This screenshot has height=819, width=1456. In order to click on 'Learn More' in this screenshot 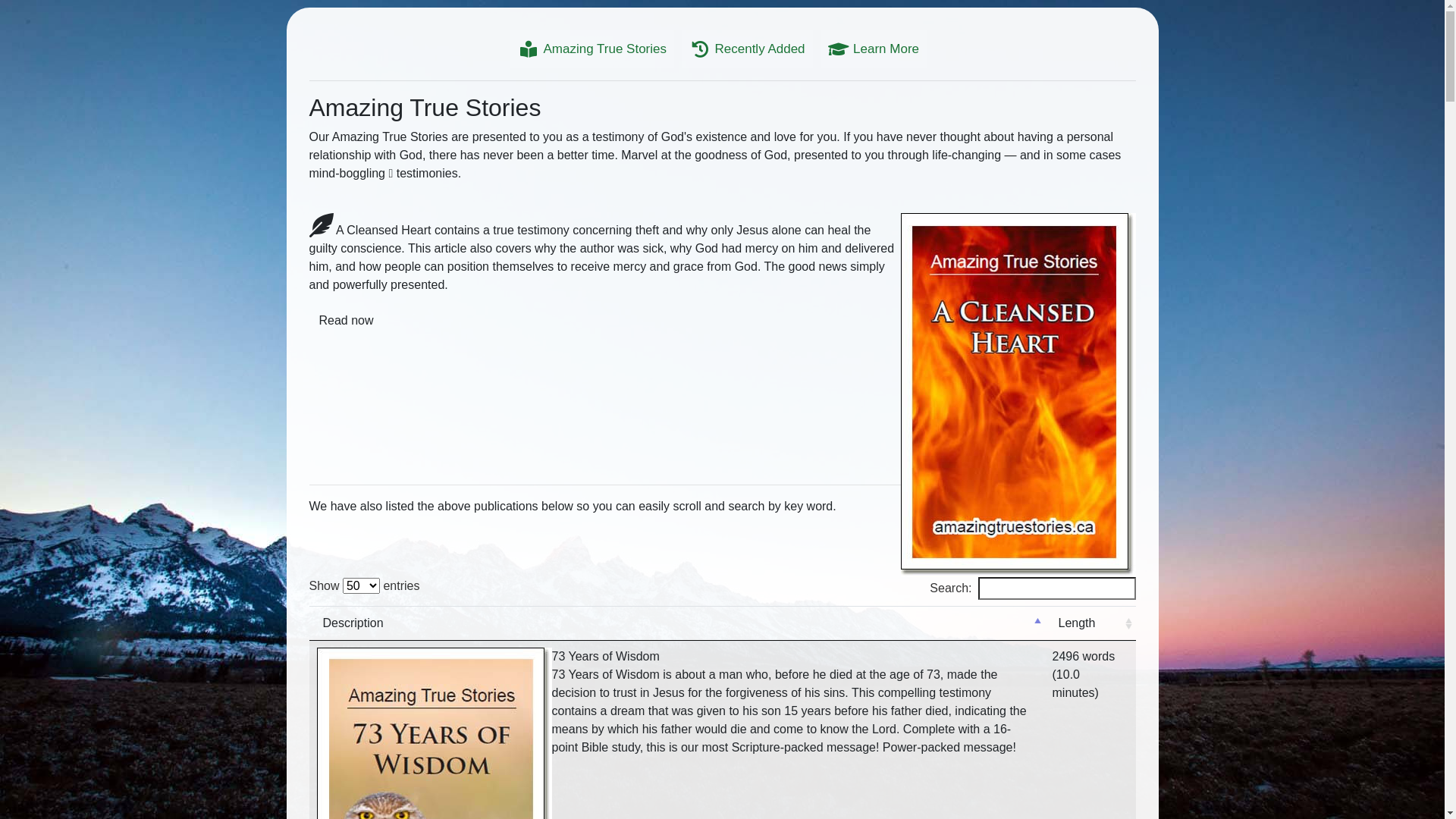, I will do `click(874, 49)`.